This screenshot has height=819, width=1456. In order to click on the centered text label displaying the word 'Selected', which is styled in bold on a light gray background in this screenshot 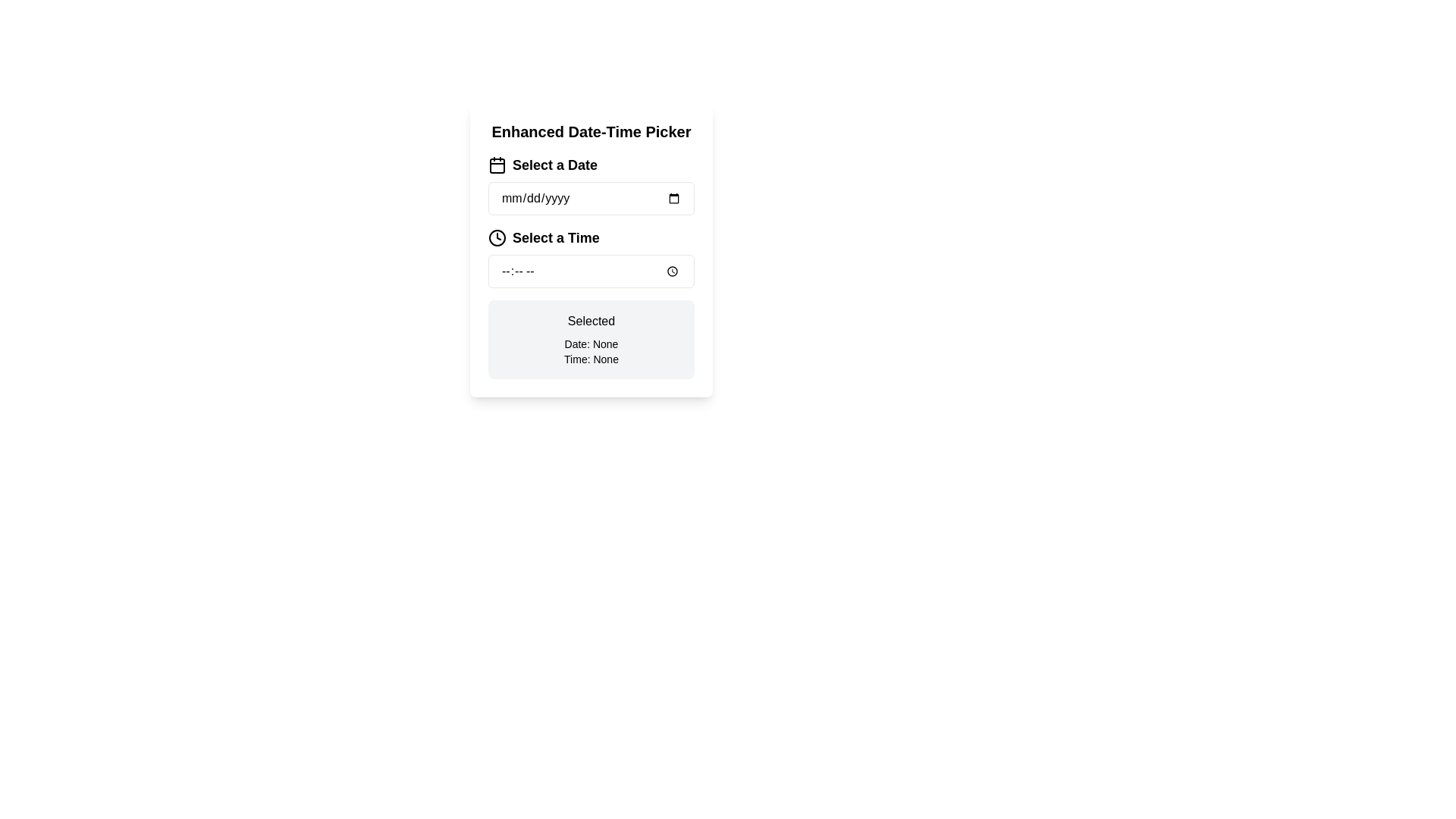, I will do `click(590, 321)`.